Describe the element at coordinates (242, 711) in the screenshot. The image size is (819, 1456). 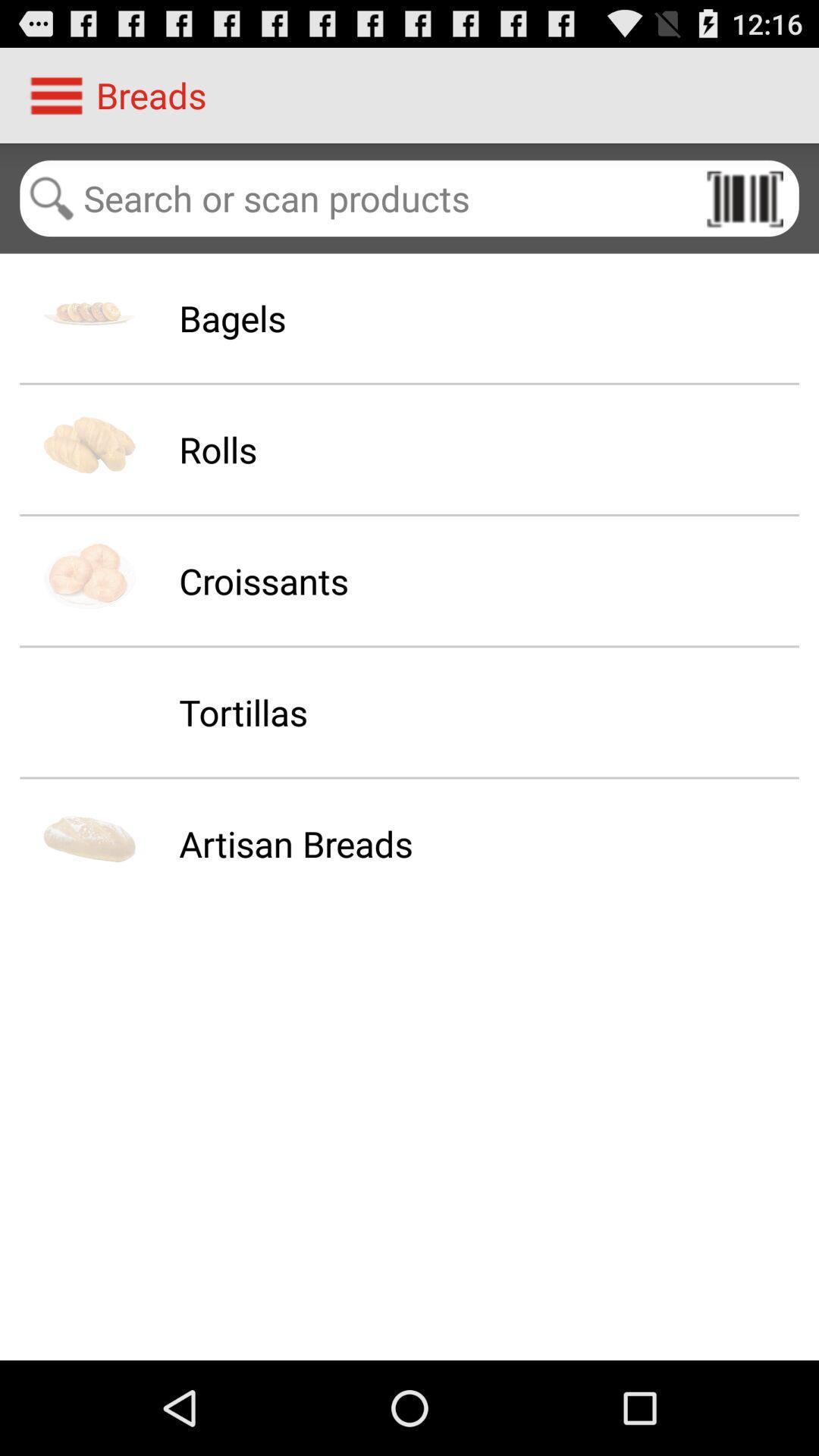
I see `the item above the artisan breads app` at that location.